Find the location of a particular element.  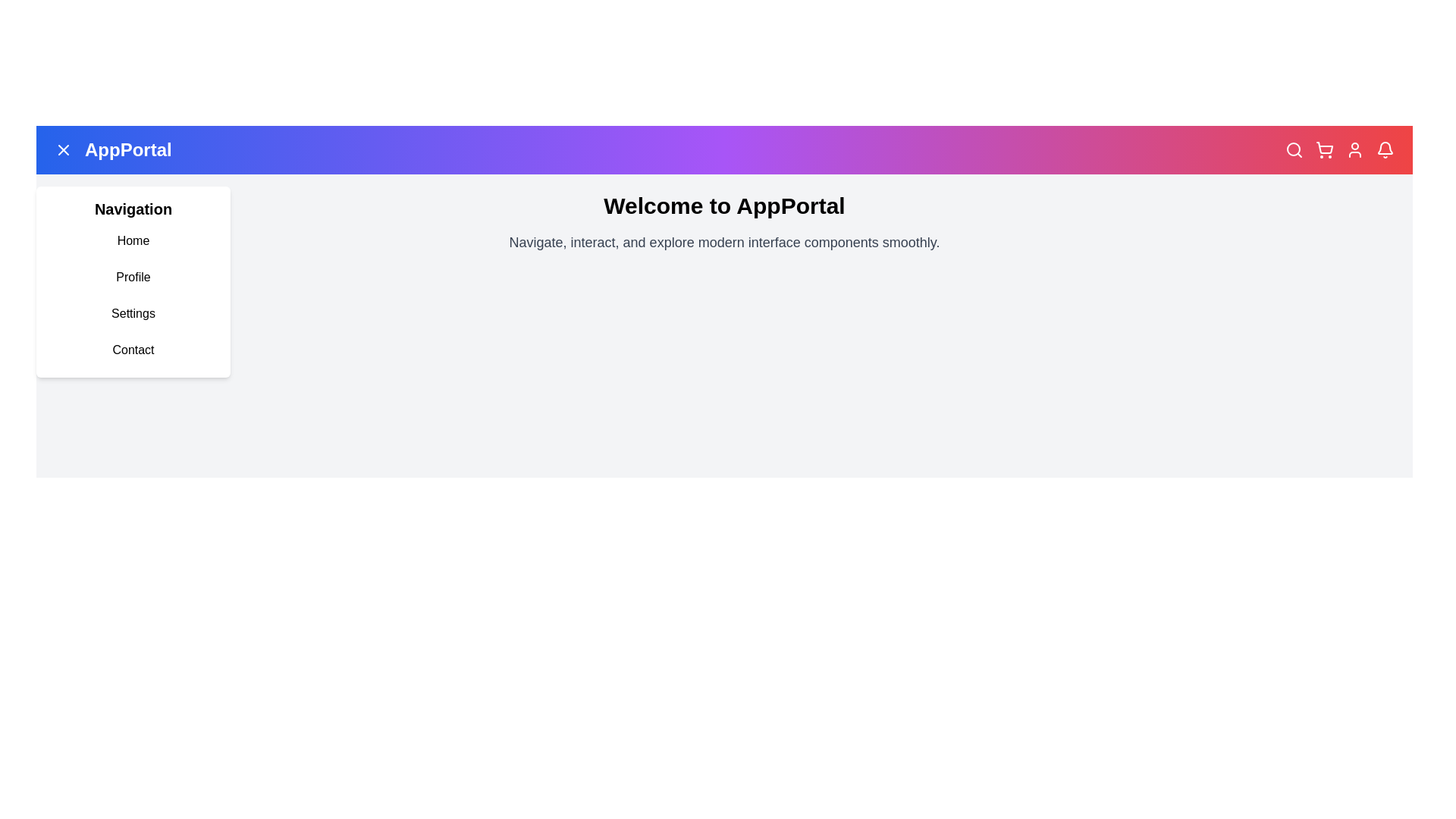

the user silhouette icon located in the upper-right corner of the interface is located at coordinates (1354, 149).